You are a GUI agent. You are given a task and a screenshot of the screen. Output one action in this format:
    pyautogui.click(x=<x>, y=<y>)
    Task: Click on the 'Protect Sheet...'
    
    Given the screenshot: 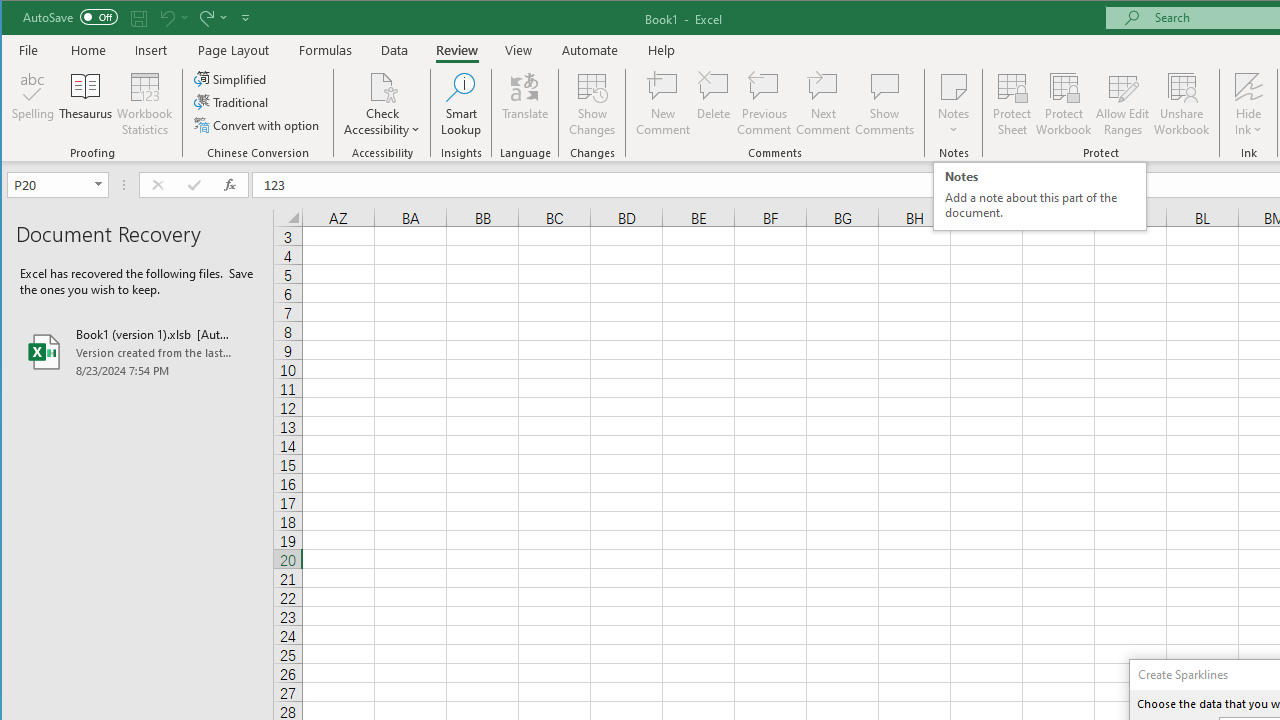 What is the action you would take?
    pyautogui.click(x=1012, y=104)
    